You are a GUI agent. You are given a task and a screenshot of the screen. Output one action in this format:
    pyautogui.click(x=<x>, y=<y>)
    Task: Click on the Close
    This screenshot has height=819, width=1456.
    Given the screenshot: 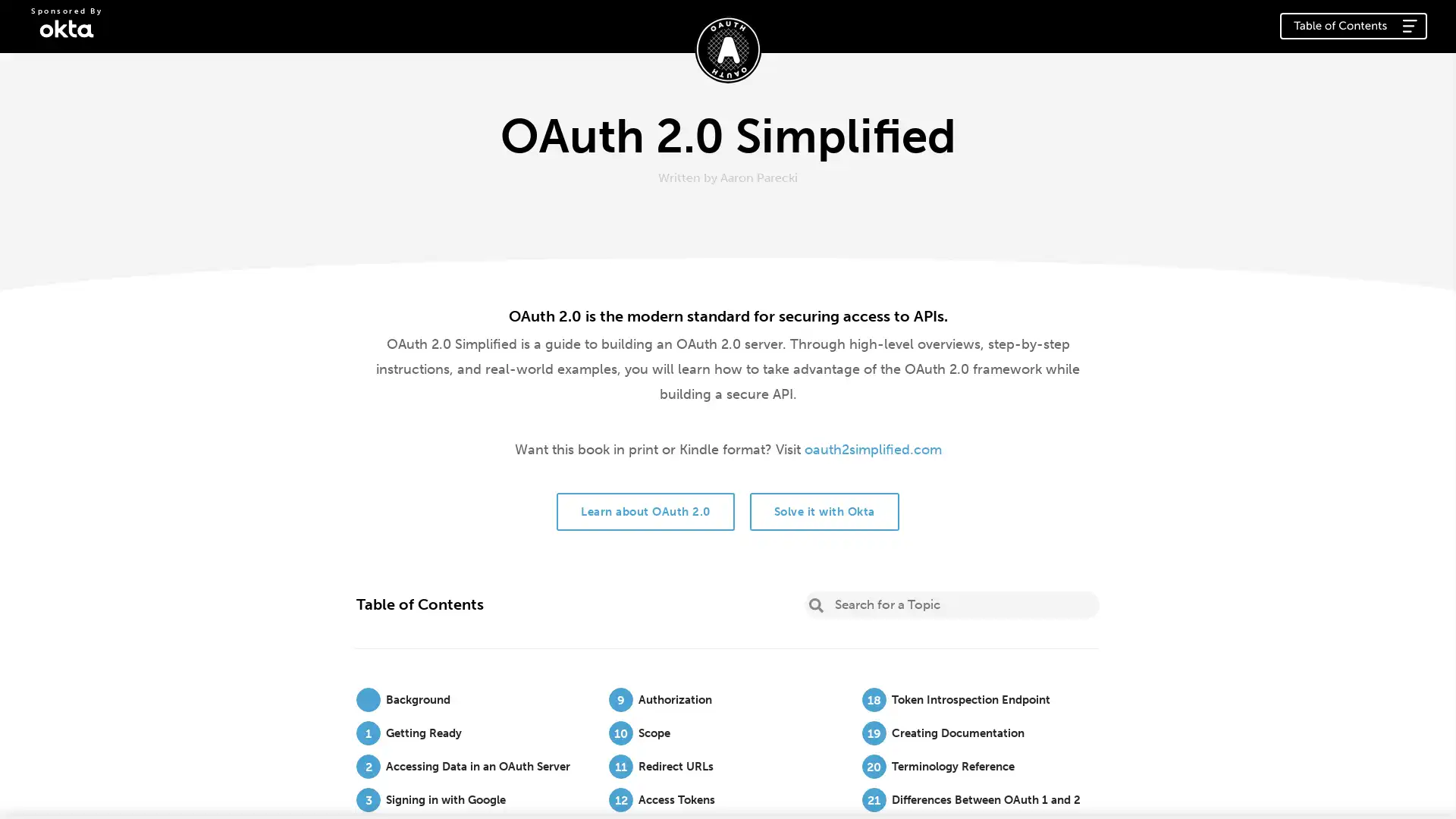 What is the action you would take?
    pyautogui.click(x=1423, y=785)
    